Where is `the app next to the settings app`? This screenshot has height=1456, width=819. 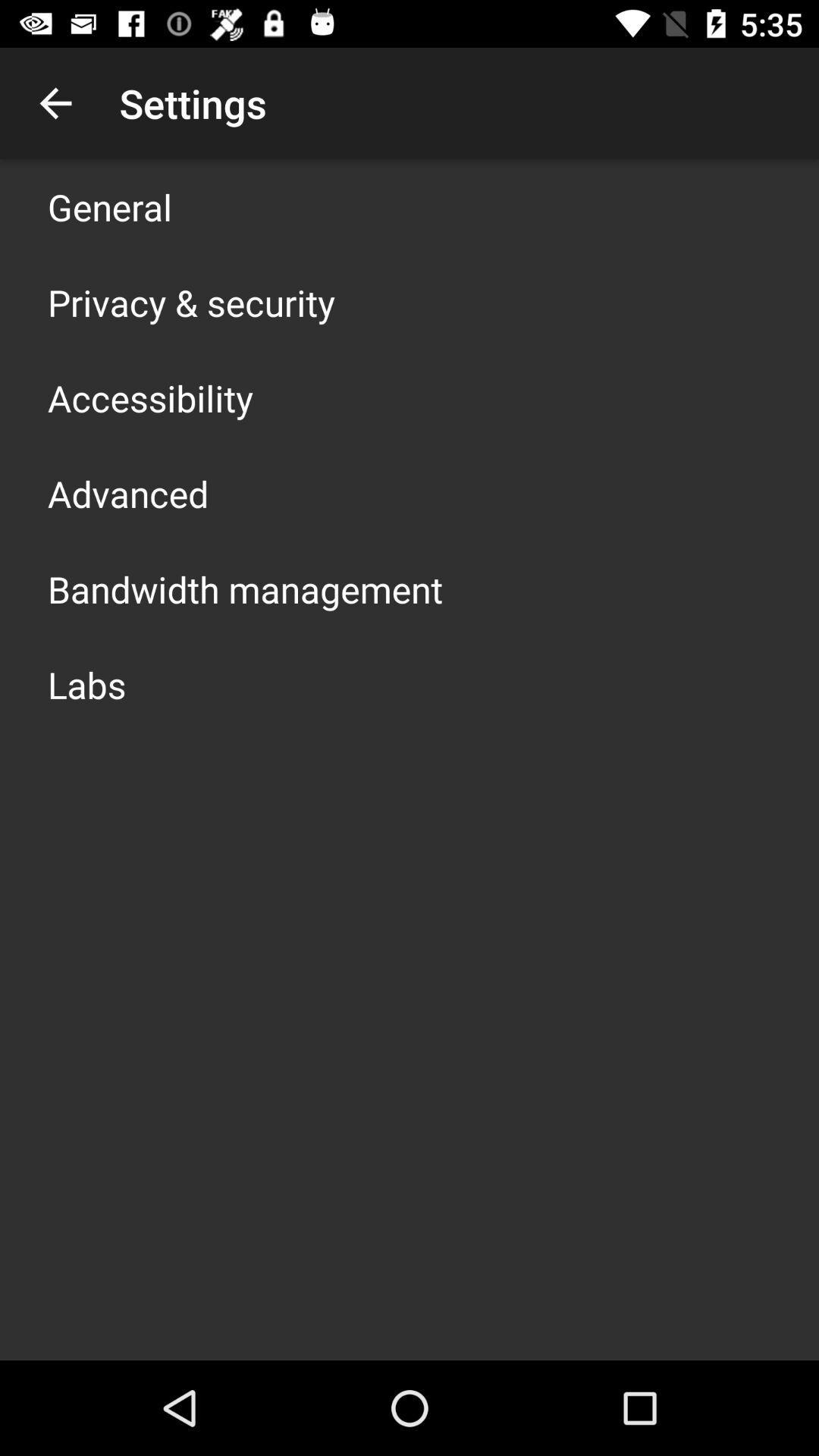 the app next to the settings app is located at coordinates (55, 102).